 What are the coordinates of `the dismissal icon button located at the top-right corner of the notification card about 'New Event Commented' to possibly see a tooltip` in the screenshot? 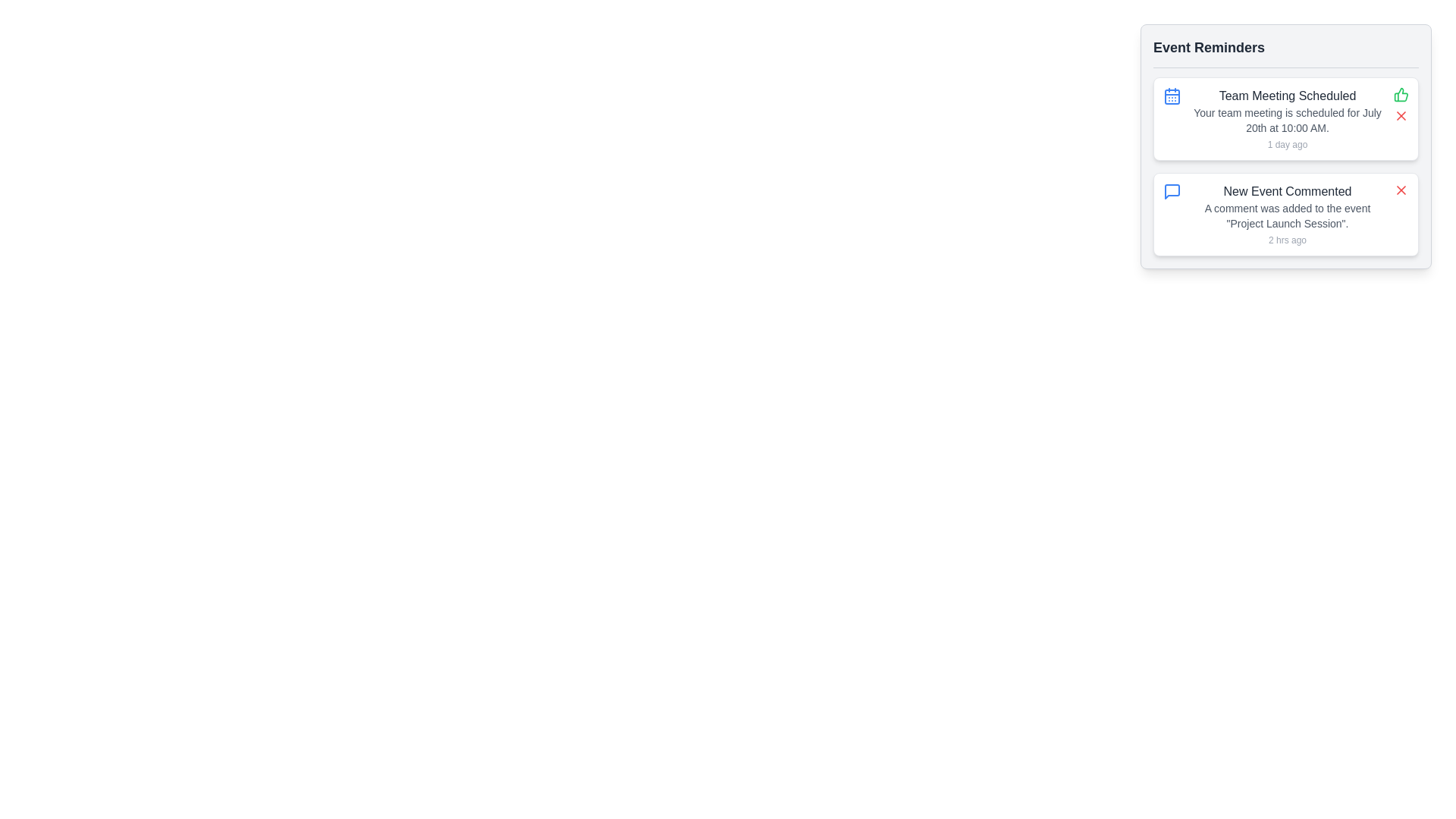 It's located at (1401, 189).